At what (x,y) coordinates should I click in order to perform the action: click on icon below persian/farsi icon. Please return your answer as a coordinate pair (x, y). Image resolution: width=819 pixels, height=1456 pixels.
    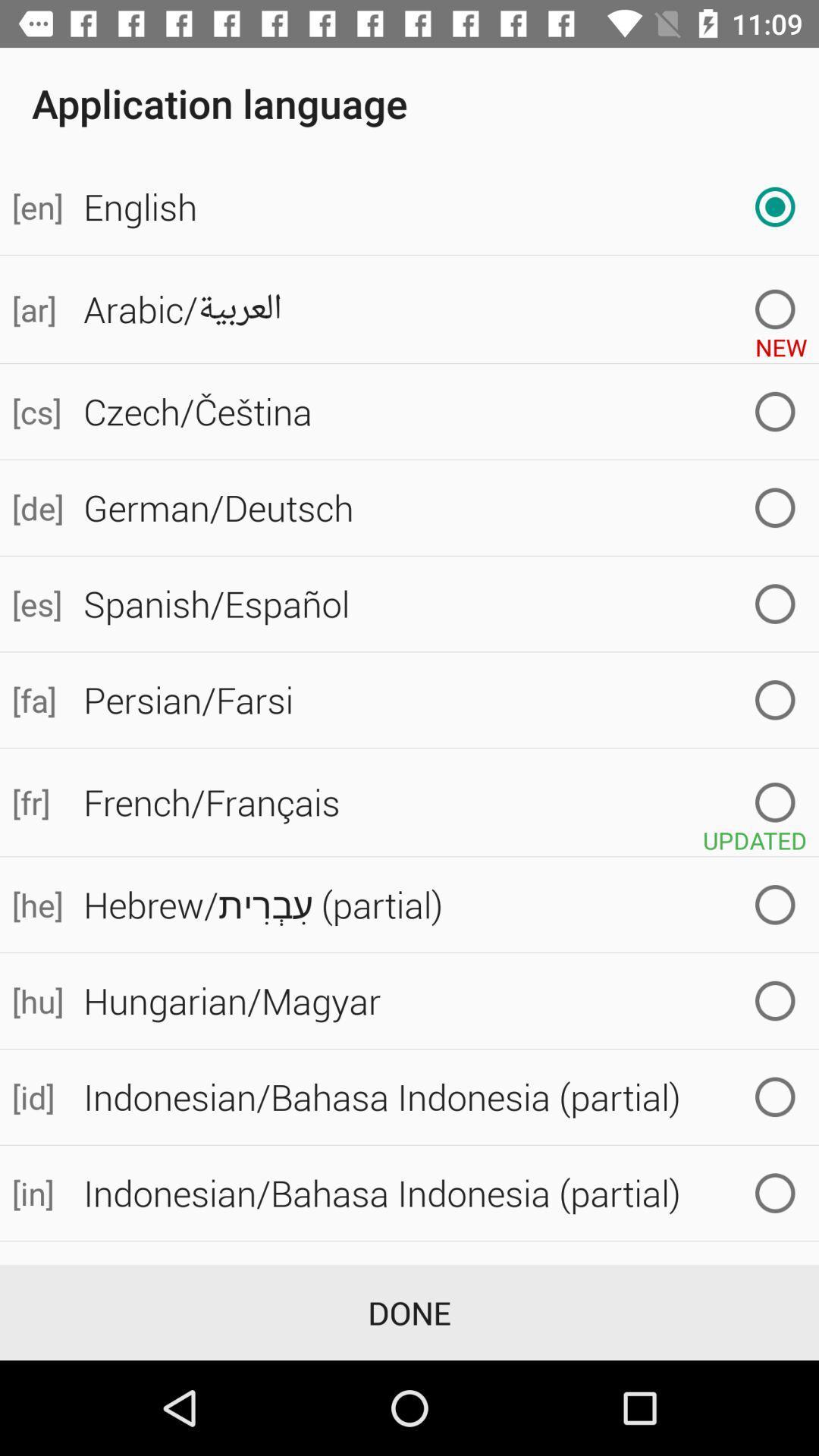
    Looking at the image, I should click on (444, 802).